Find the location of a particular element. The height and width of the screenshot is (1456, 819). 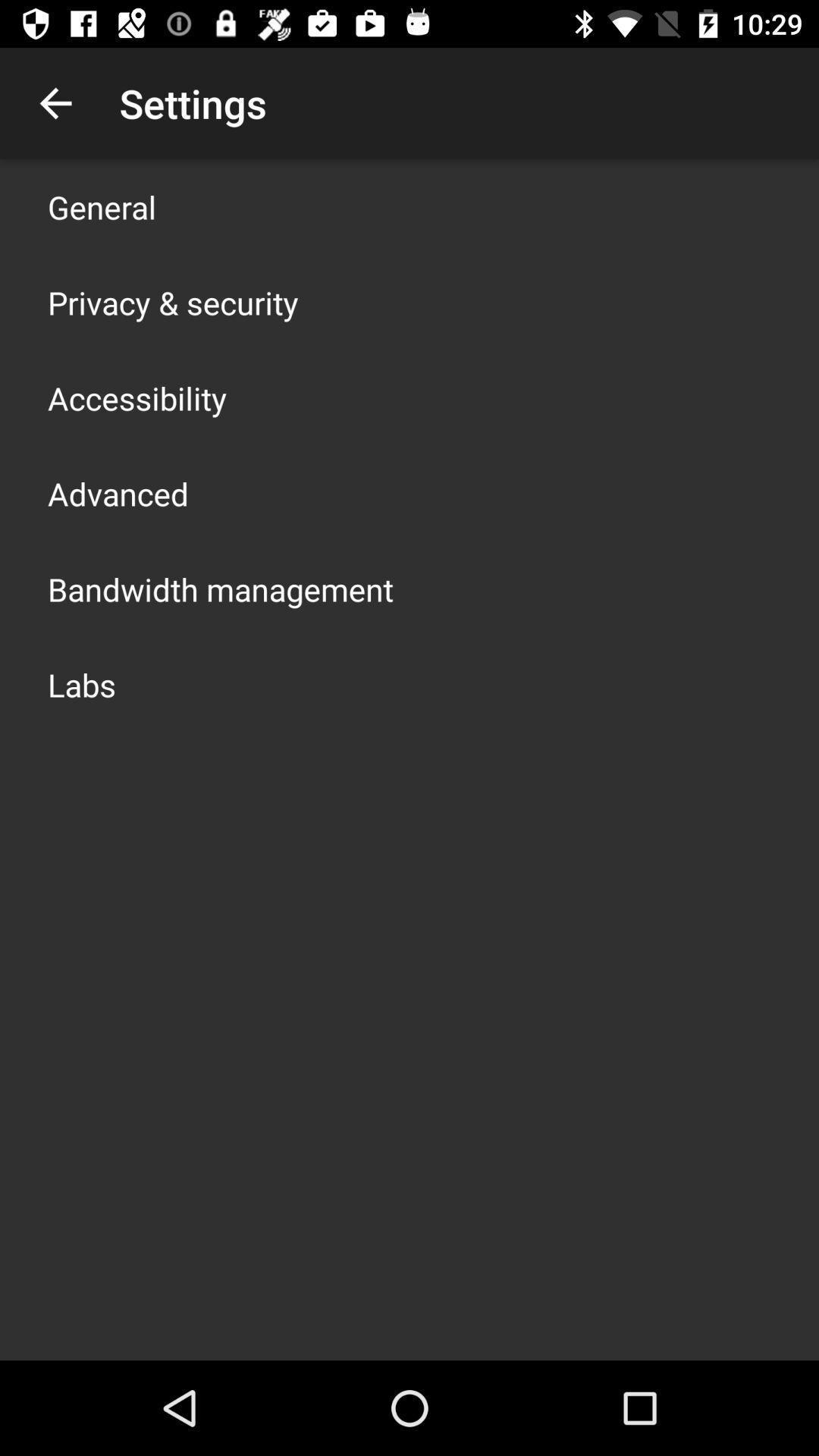

icon below the bandwidth management item is located at coordinates (82, 683).